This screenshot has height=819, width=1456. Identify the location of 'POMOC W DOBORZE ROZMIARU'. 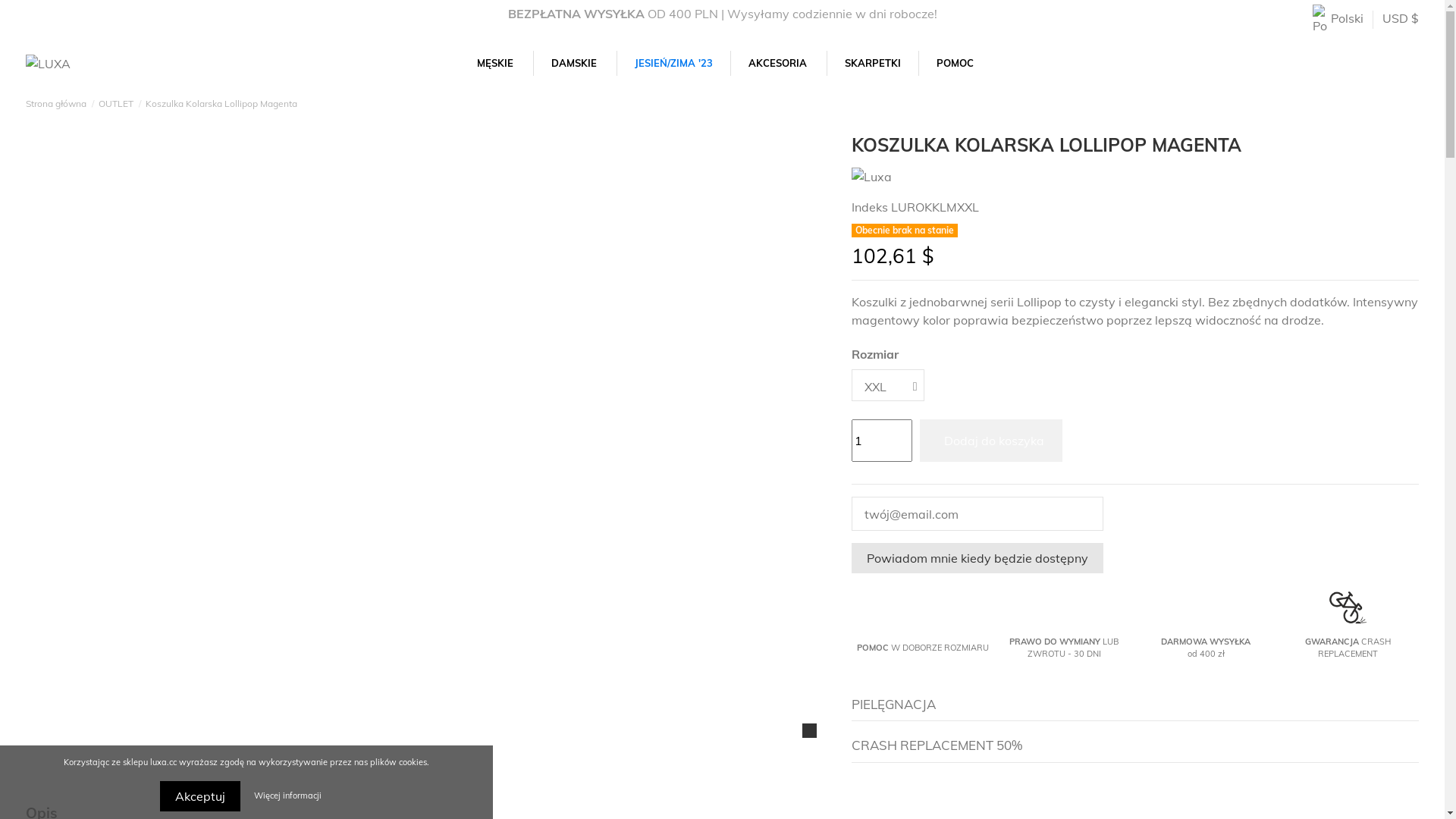
(922, 647).